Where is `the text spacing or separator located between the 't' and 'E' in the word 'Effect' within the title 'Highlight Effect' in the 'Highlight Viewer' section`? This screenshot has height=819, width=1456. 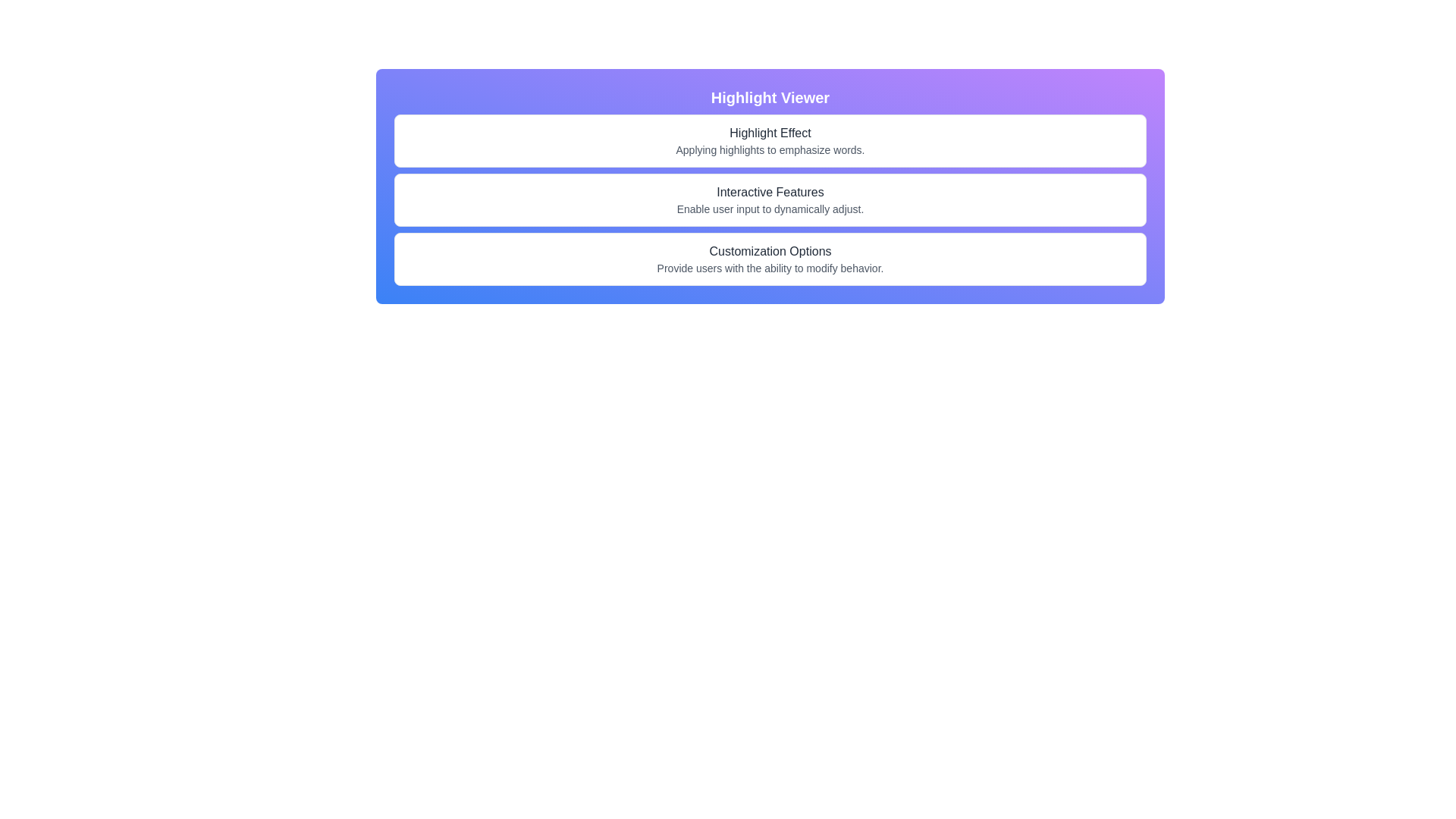
the text spacing or separator located between the 't' and 'E' in the word 'Effect' within the title 'Highlight Effect' in the 'Highlight Viewer' section is located at coordinates (778, 132).